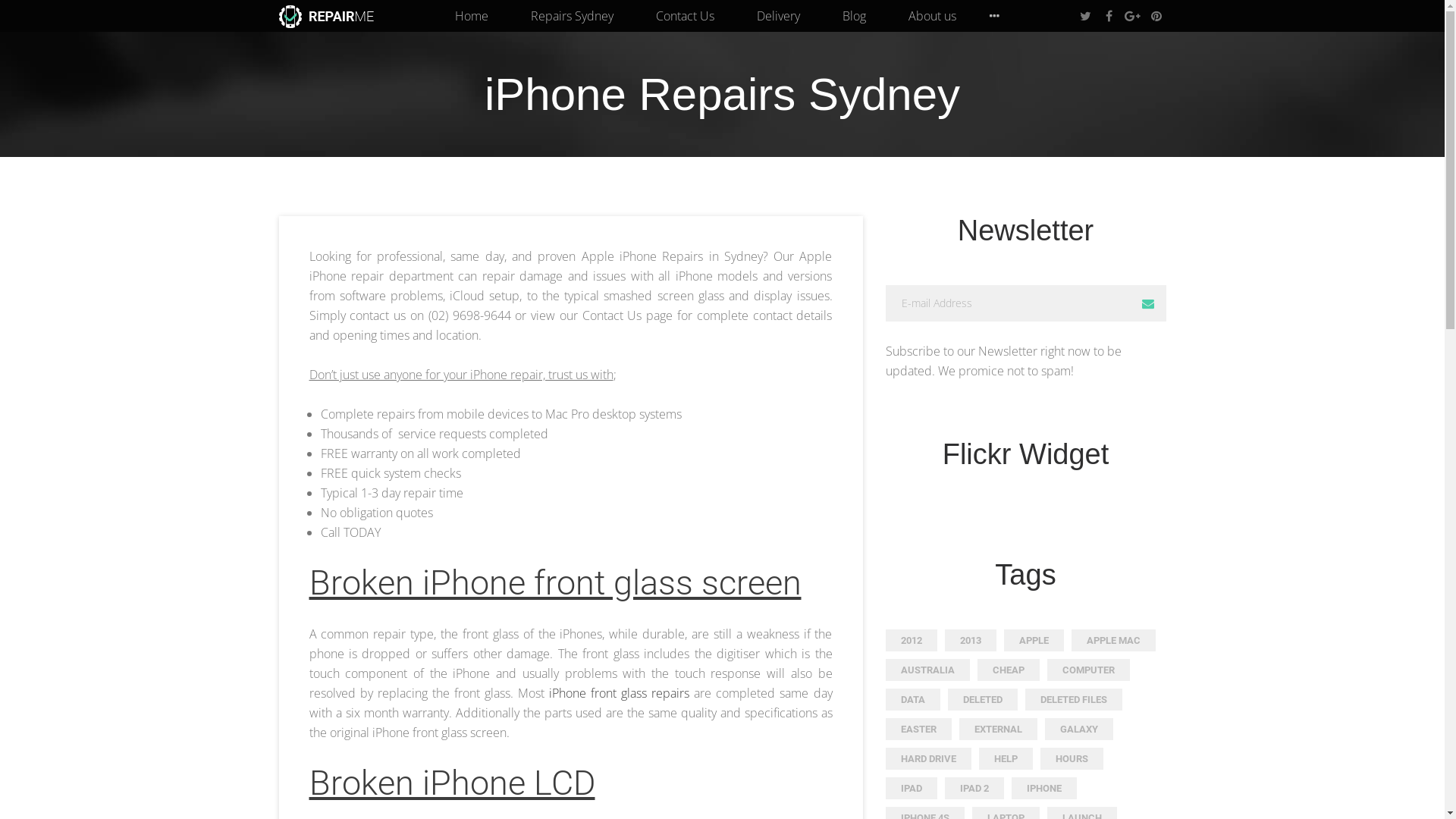 This screenshot has height=819, width=1456. I want to click on 'CHEAP', so click(1008, 669).